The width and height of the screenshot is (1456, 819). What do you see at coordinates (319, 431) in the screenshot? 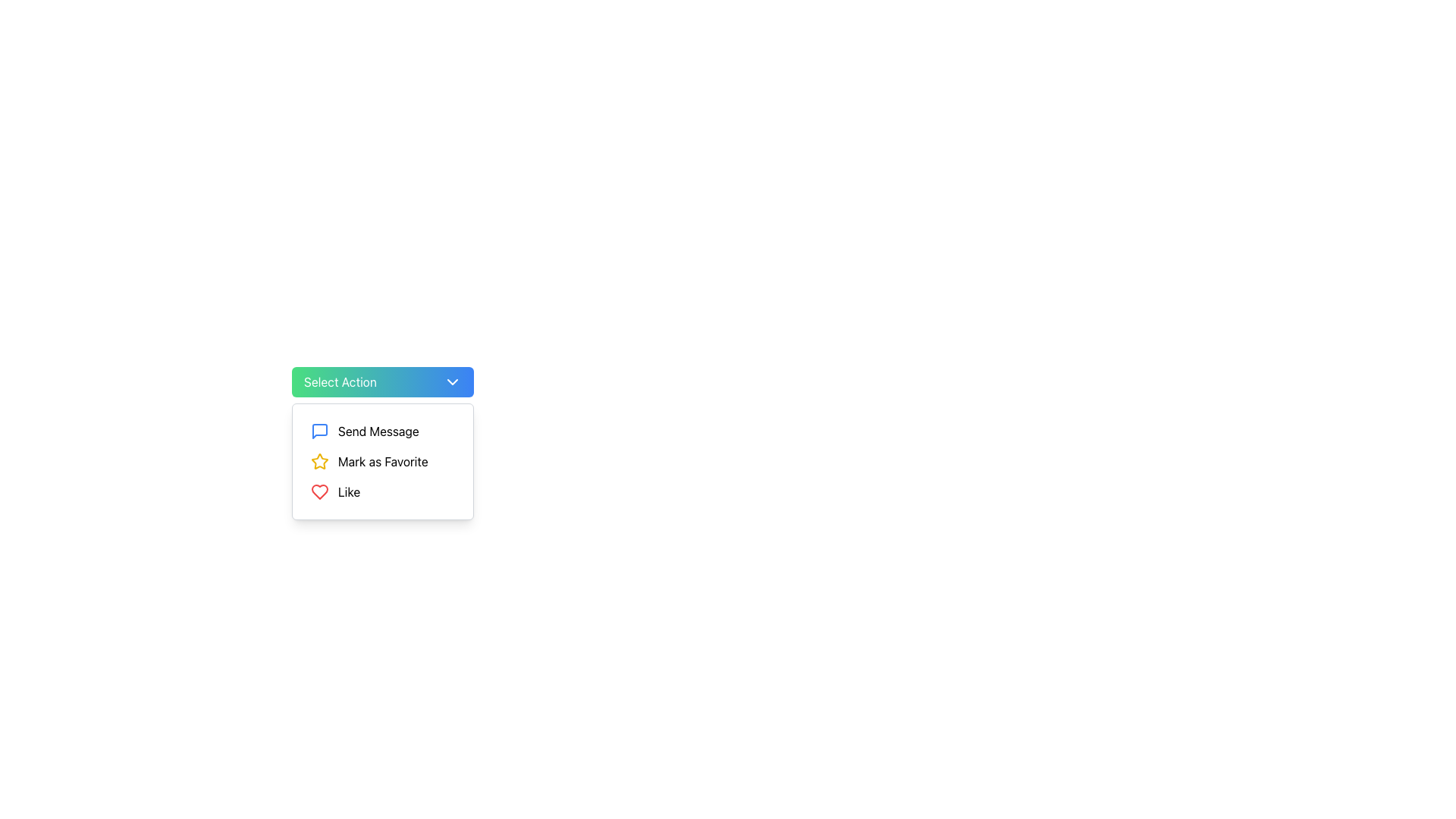
I see `the message bubble icon with a blue outline located in the dropdown menu` at bounding box center [319, 431].